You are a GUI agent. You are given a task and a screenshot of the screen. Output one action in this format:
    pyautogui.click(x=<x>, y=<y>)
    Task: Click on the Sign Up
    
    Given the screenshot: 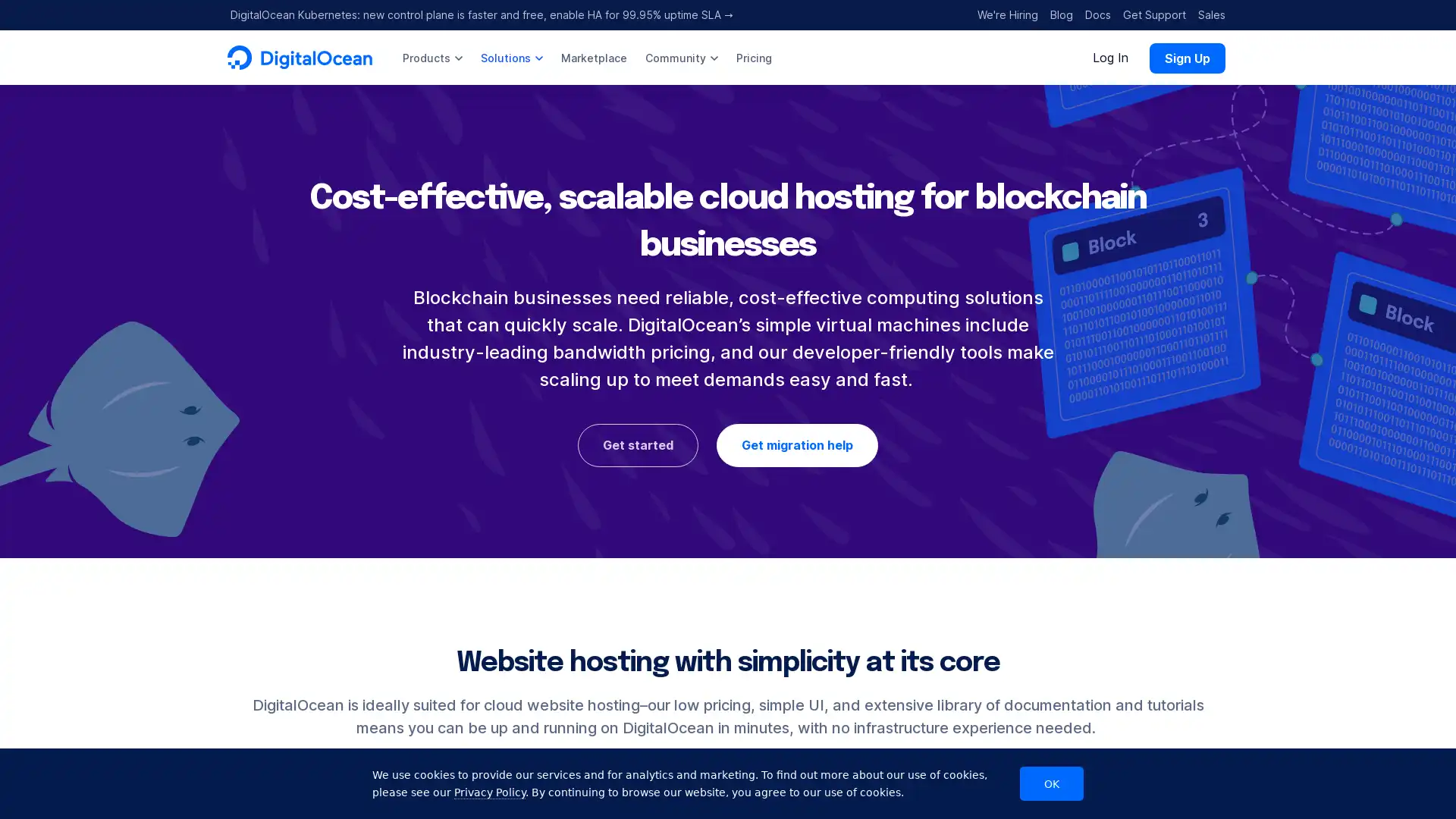 What is the action you would take?
    pyautogui.click(x=1186, y=57)
    